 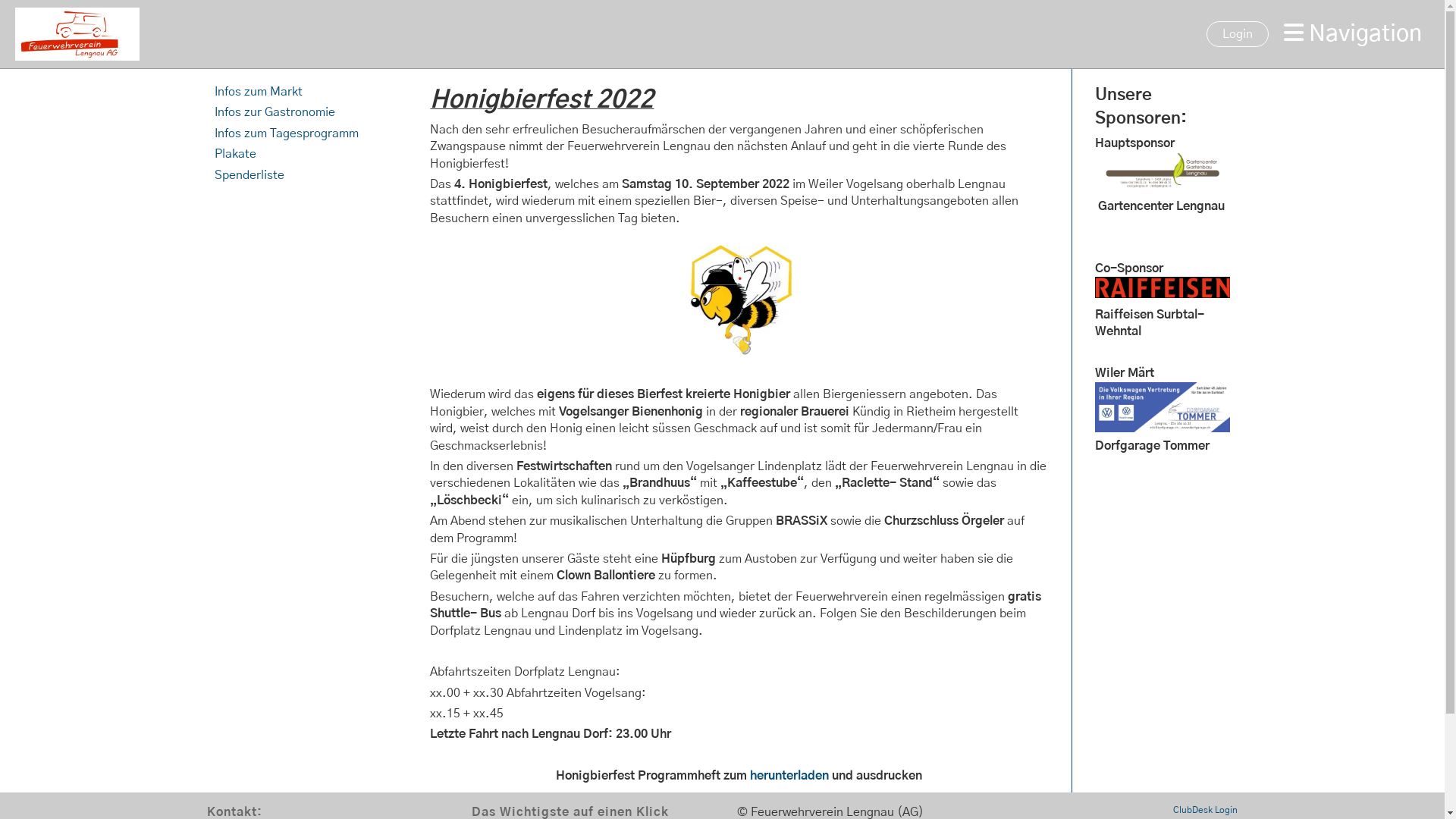 What do you see at coordinates (1204, 809) in the screenshot?
I see `'ClubDesk Login'` at bounding box center [1204, 809].